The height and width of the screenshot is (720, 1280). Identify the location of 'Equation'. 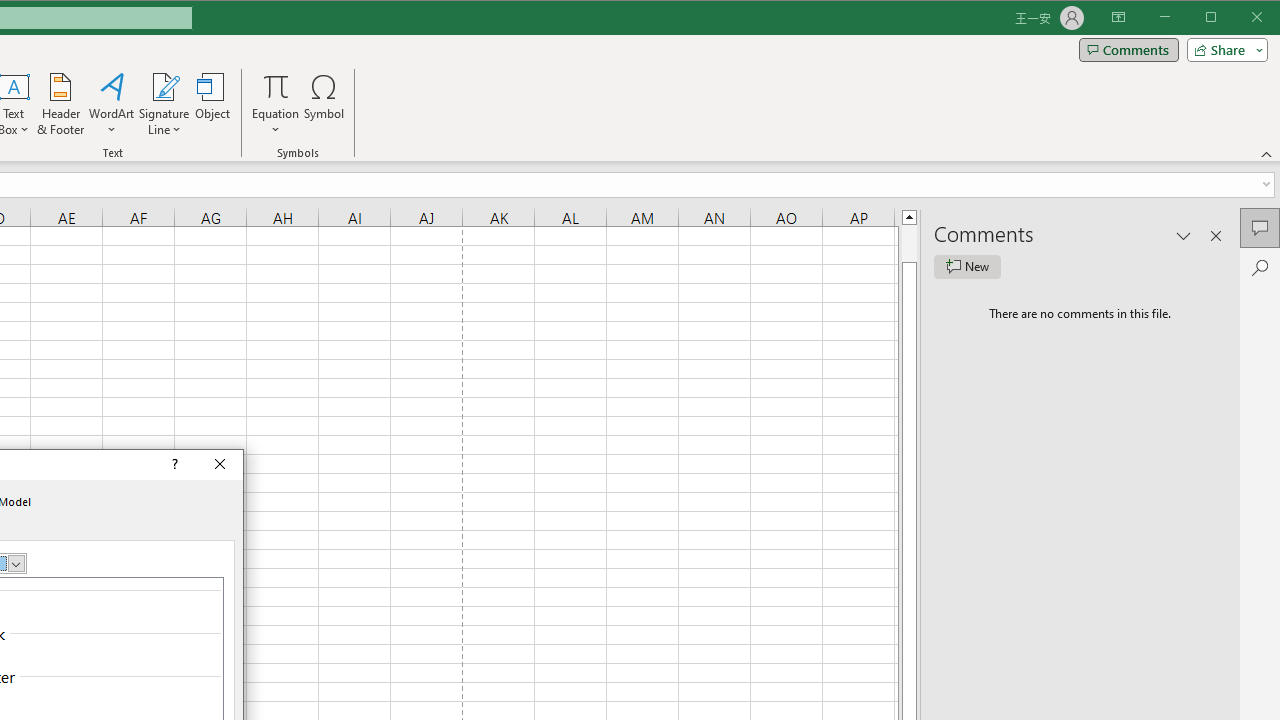
(274, 85).